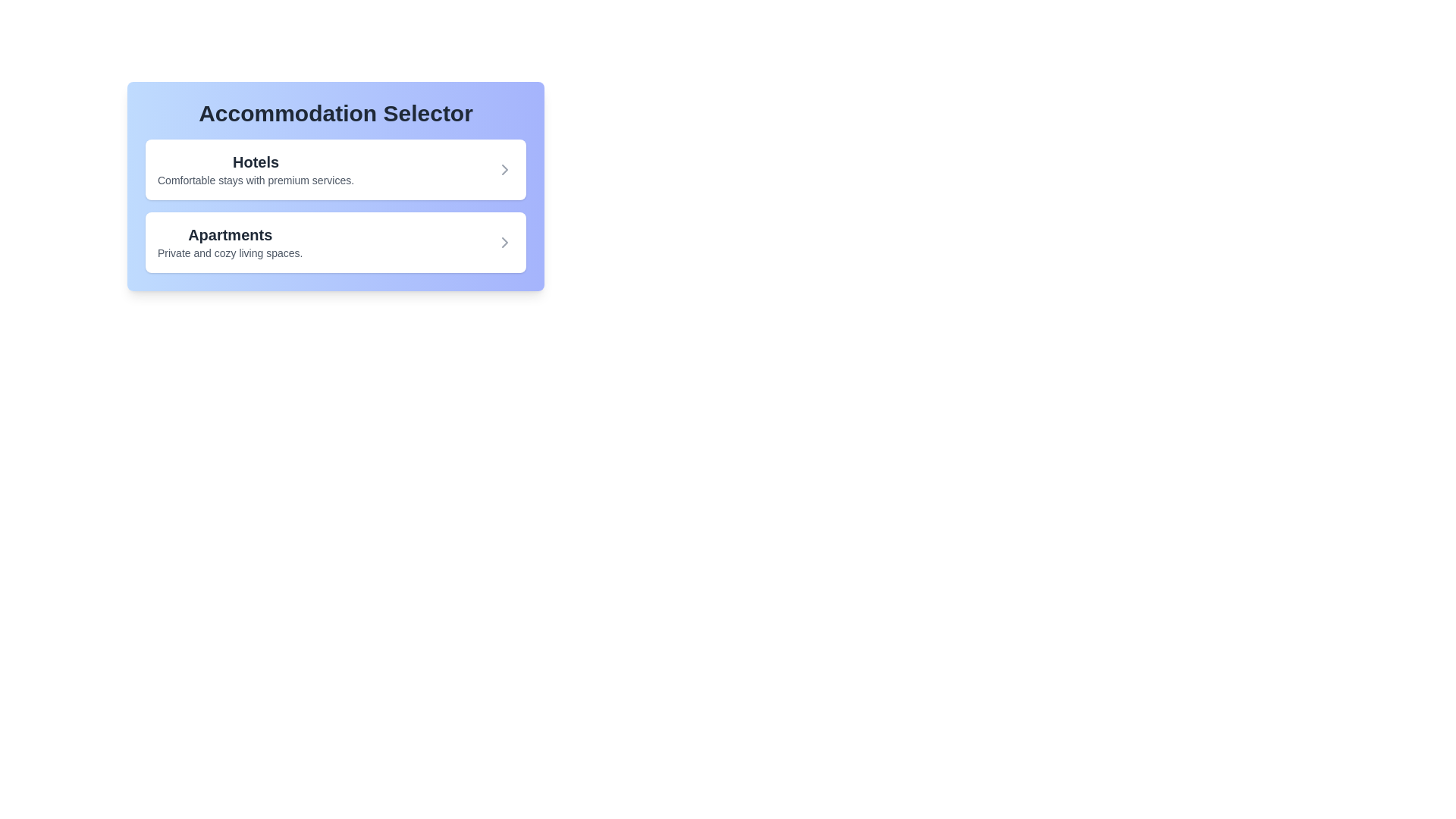  What do you see at coordinates (505, 169) in the screenshot?
I see `the chevron icon located at the far right of the 'Hotels' section, adjacent to the text 'Comfortable stays with premium services,'` at bounding box center [505, 169].